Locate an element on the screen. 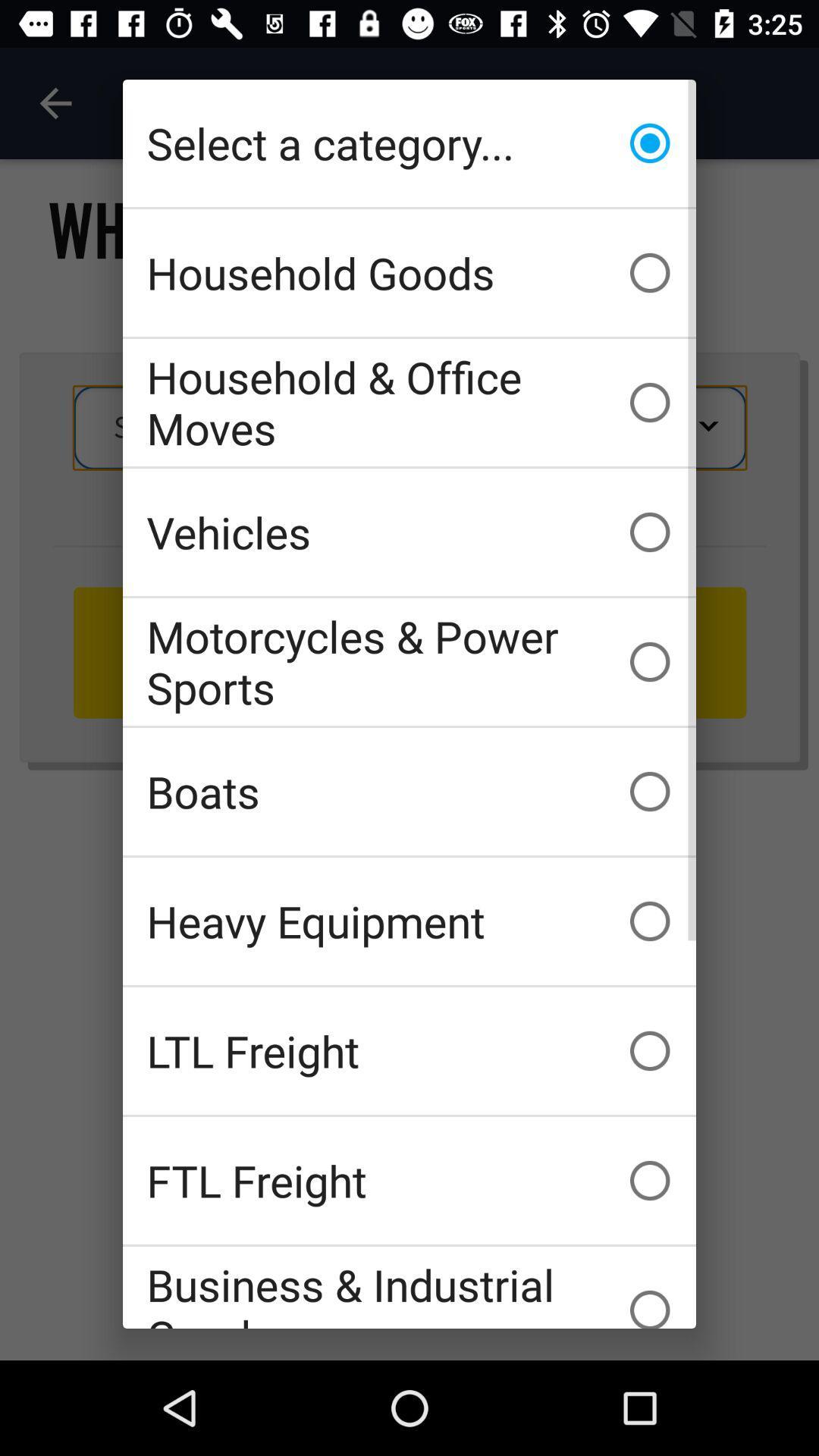 The width and height of the screenshot is (819, 1456). the icon above the ltl freight item is located at coordinates (409, 920).